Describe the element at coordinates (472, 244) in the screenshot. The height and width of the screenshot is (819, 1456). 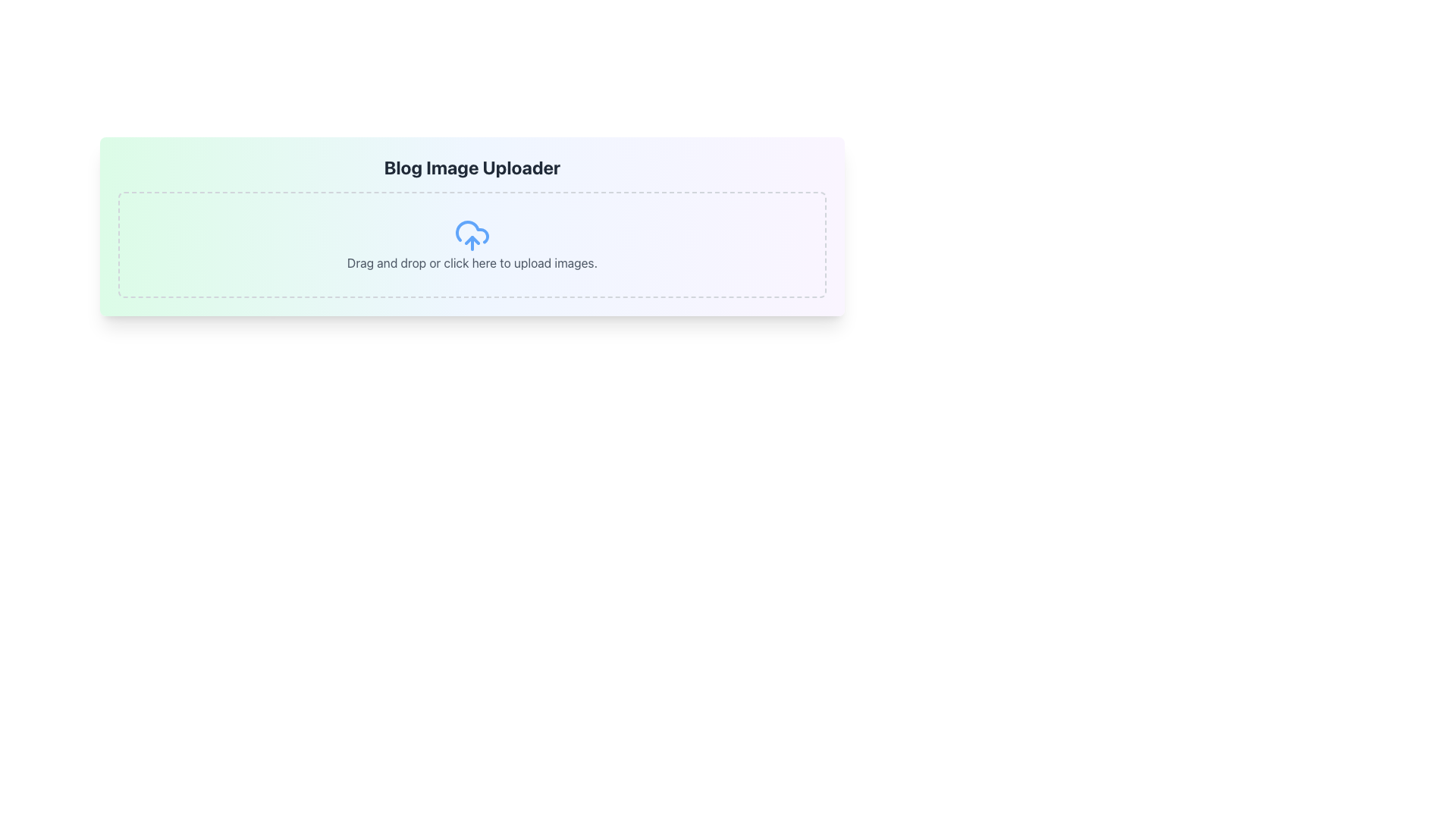
I see `and drop files onto the interactive upload area featuring a cloud icon and upload text, located in the main content section below the 'Blog Image Uploader' title` at that location.